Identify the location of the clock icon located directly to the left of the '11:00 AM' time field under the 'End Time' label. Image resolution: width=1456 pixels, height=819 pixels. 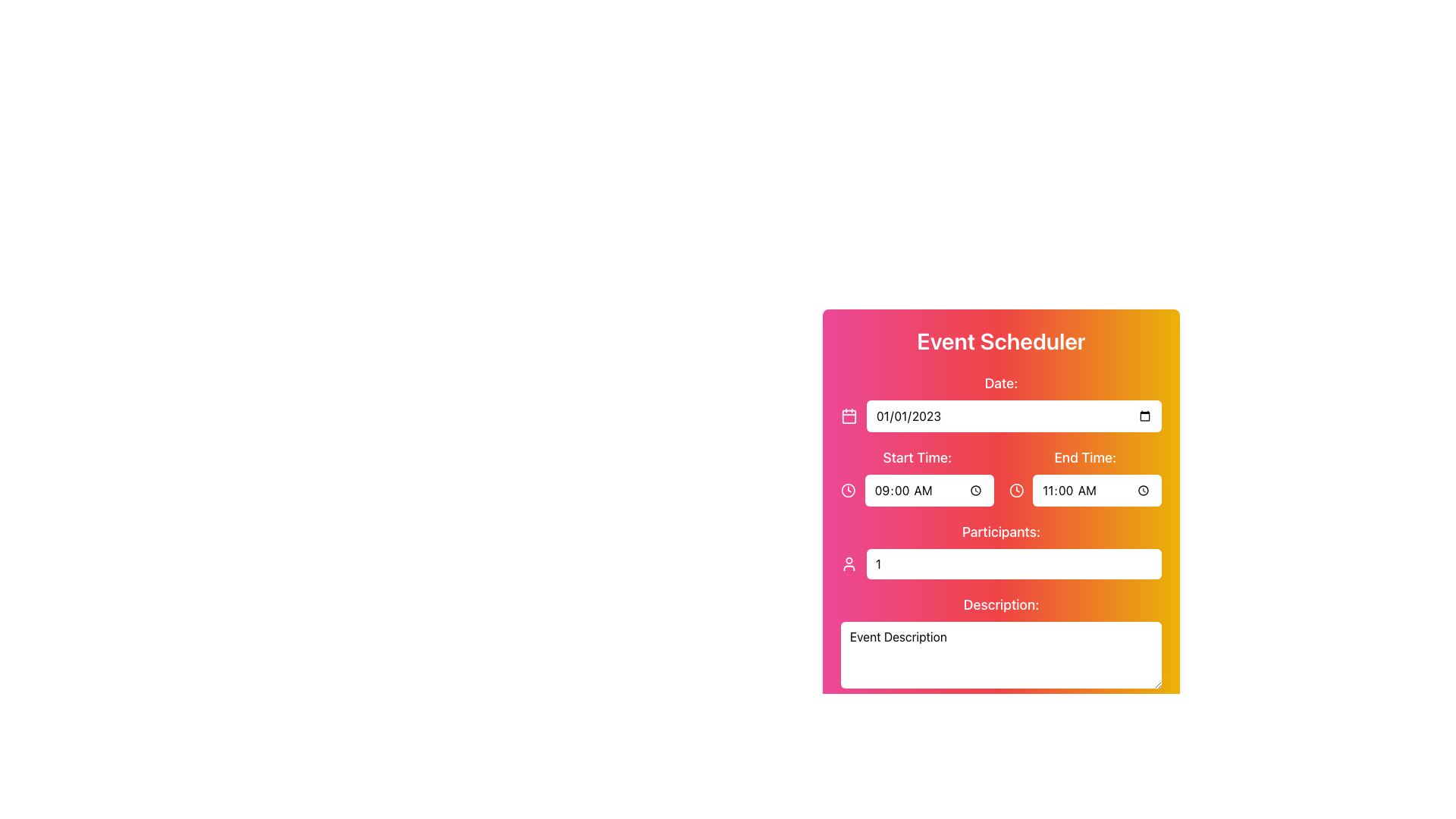
(1016, 491).